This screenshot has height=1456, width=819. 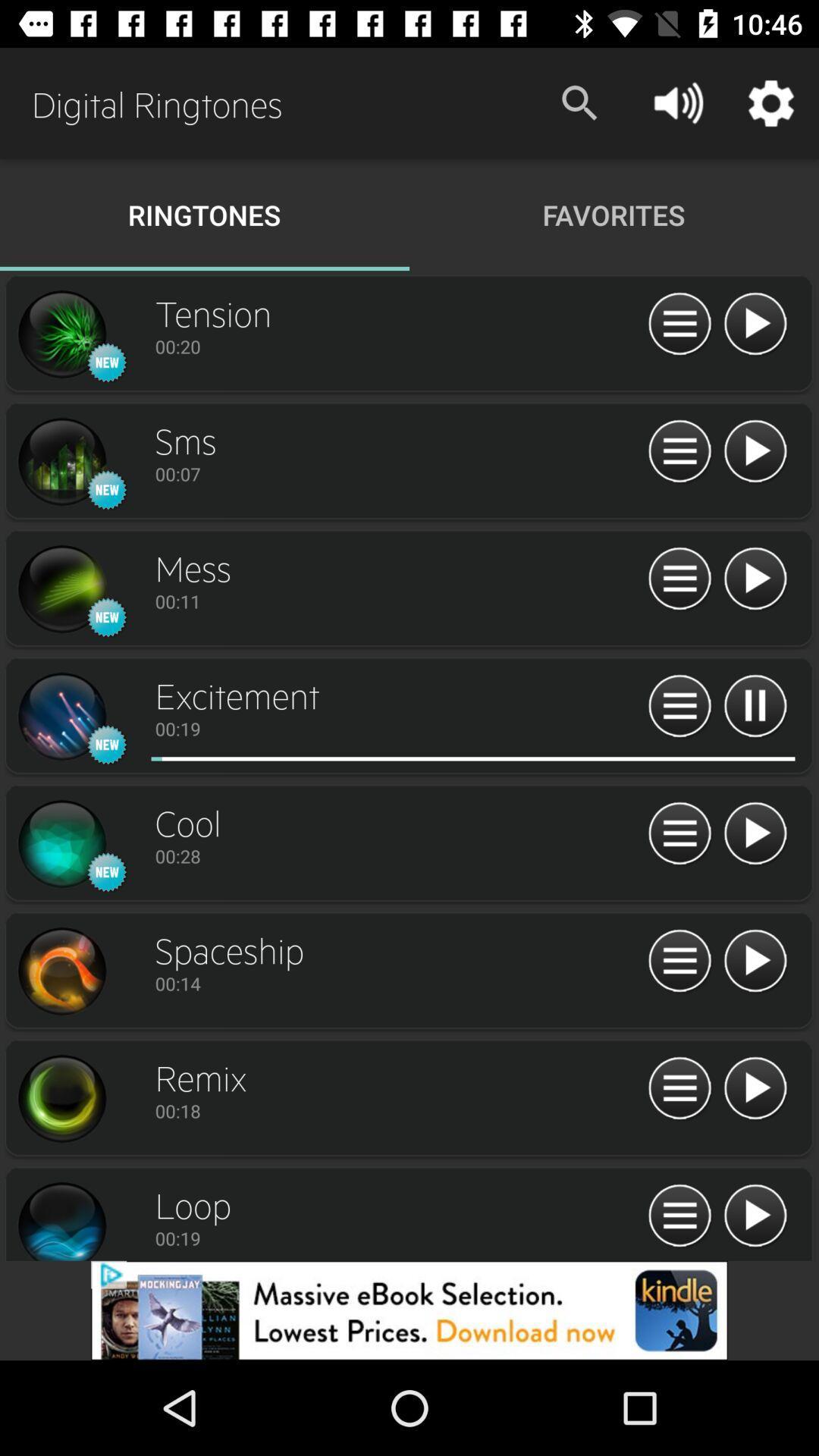 I want to click on open menu, so click(x=679, y=833).